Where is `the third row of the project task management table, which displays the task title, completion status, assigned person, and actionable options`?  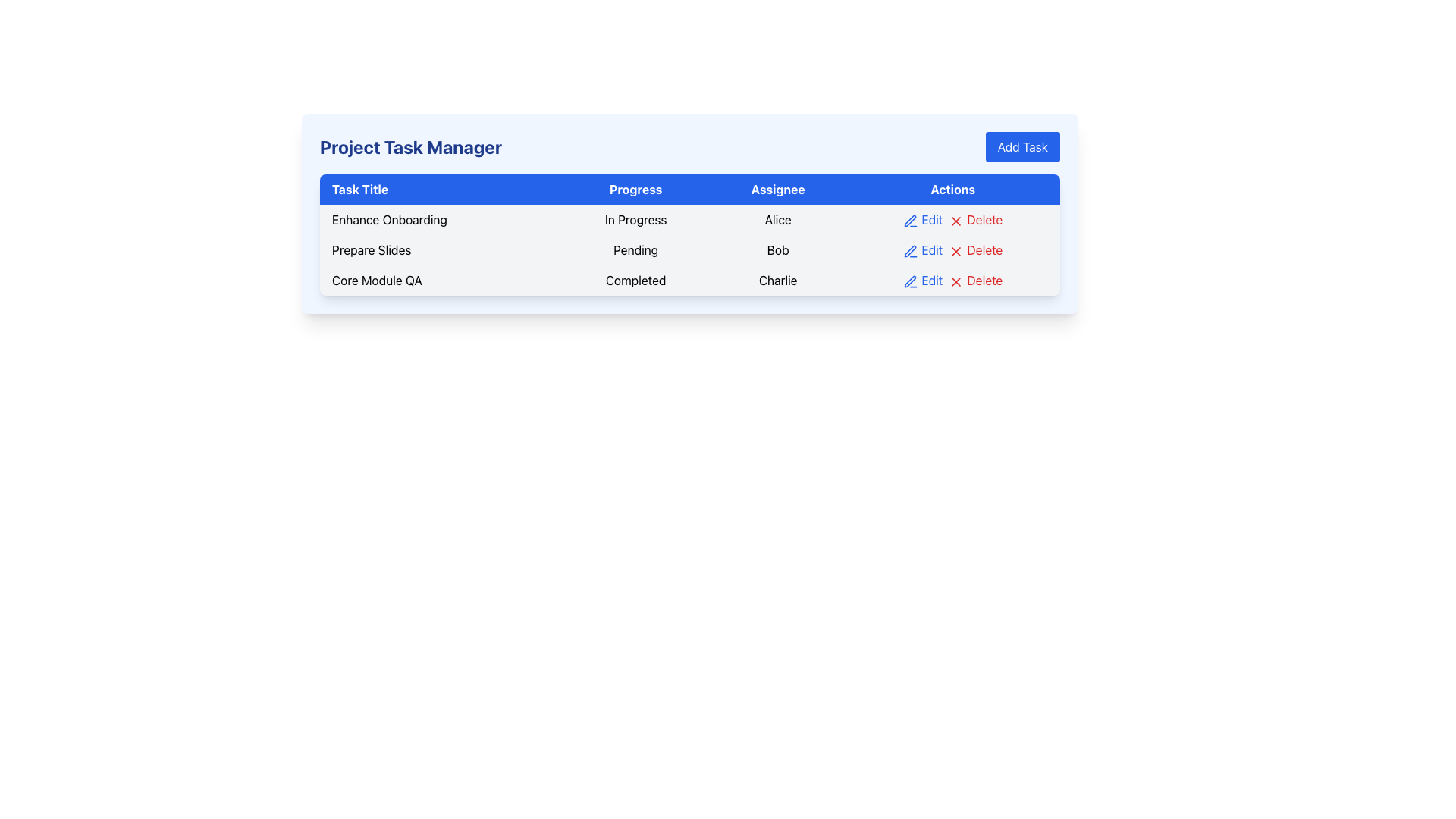
the third row of the project task management table, which displays the task title, completion status, assigned person, and actionable options is located at coordinates (689, 281).